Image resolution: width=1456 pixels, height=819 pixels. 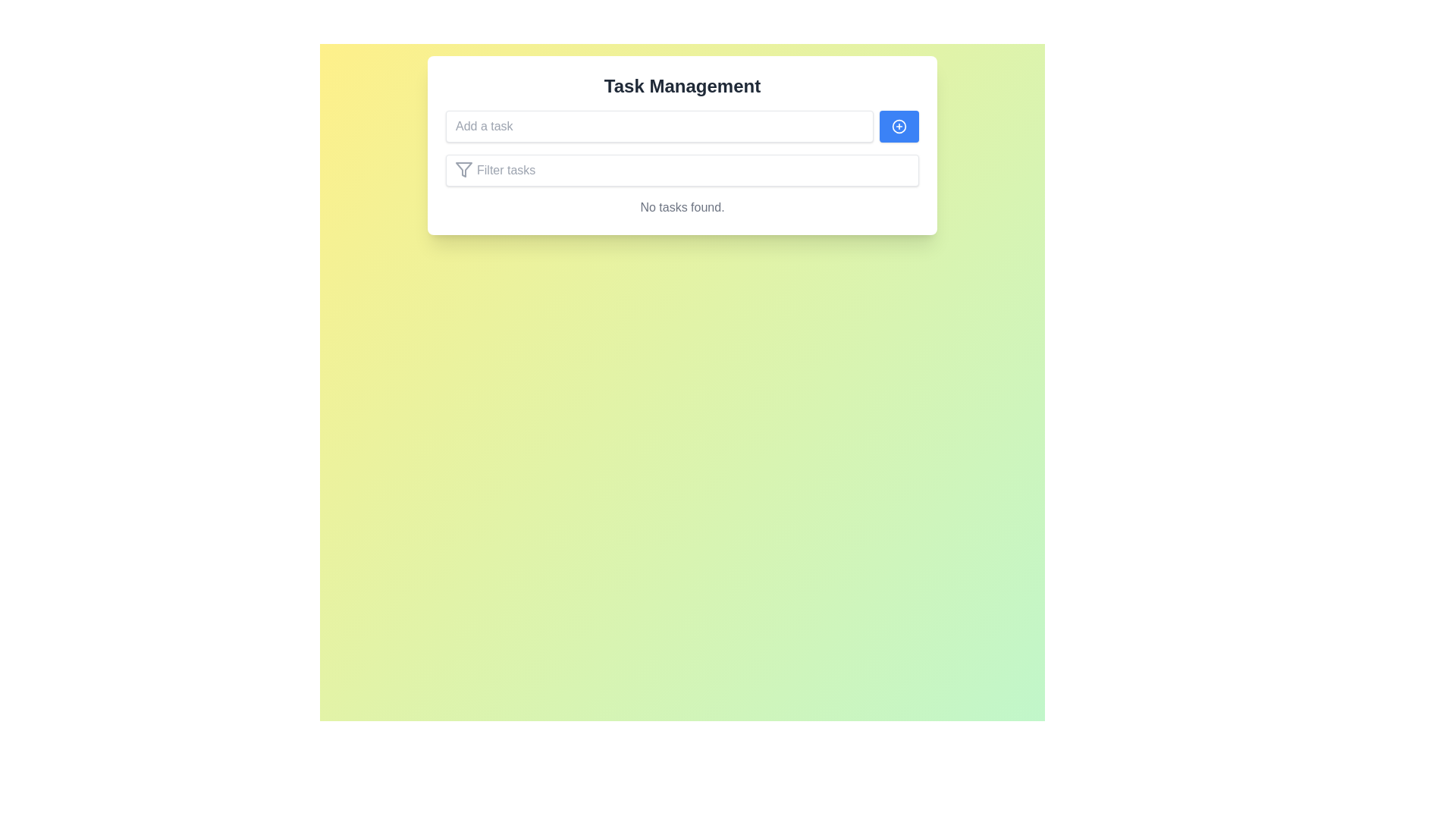 What do you see at coordinates (682, 207) in the screenshot?
I see `the static text component that displays the message 'No tasks found.' located in the 'Task Management' section, below the filter tasks field` at bounding box center [682, 207].